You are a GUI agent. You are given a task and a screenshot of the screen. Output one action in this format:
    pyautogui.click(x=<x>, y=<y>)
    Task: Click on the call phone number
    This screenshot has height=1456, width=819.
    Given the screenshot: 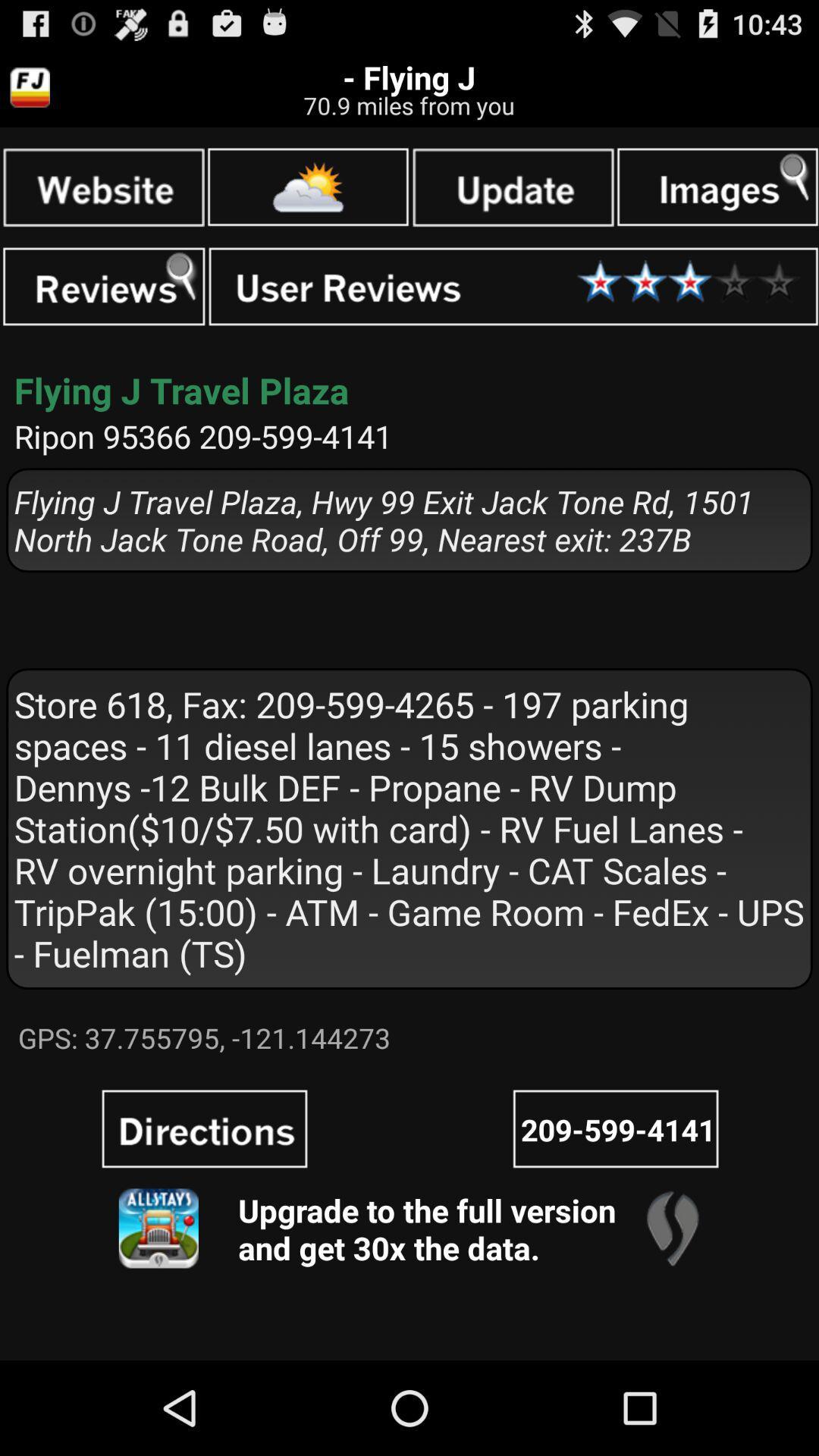 What is the action you would take?
    pyautogui.click(x=616, y=1128)
    